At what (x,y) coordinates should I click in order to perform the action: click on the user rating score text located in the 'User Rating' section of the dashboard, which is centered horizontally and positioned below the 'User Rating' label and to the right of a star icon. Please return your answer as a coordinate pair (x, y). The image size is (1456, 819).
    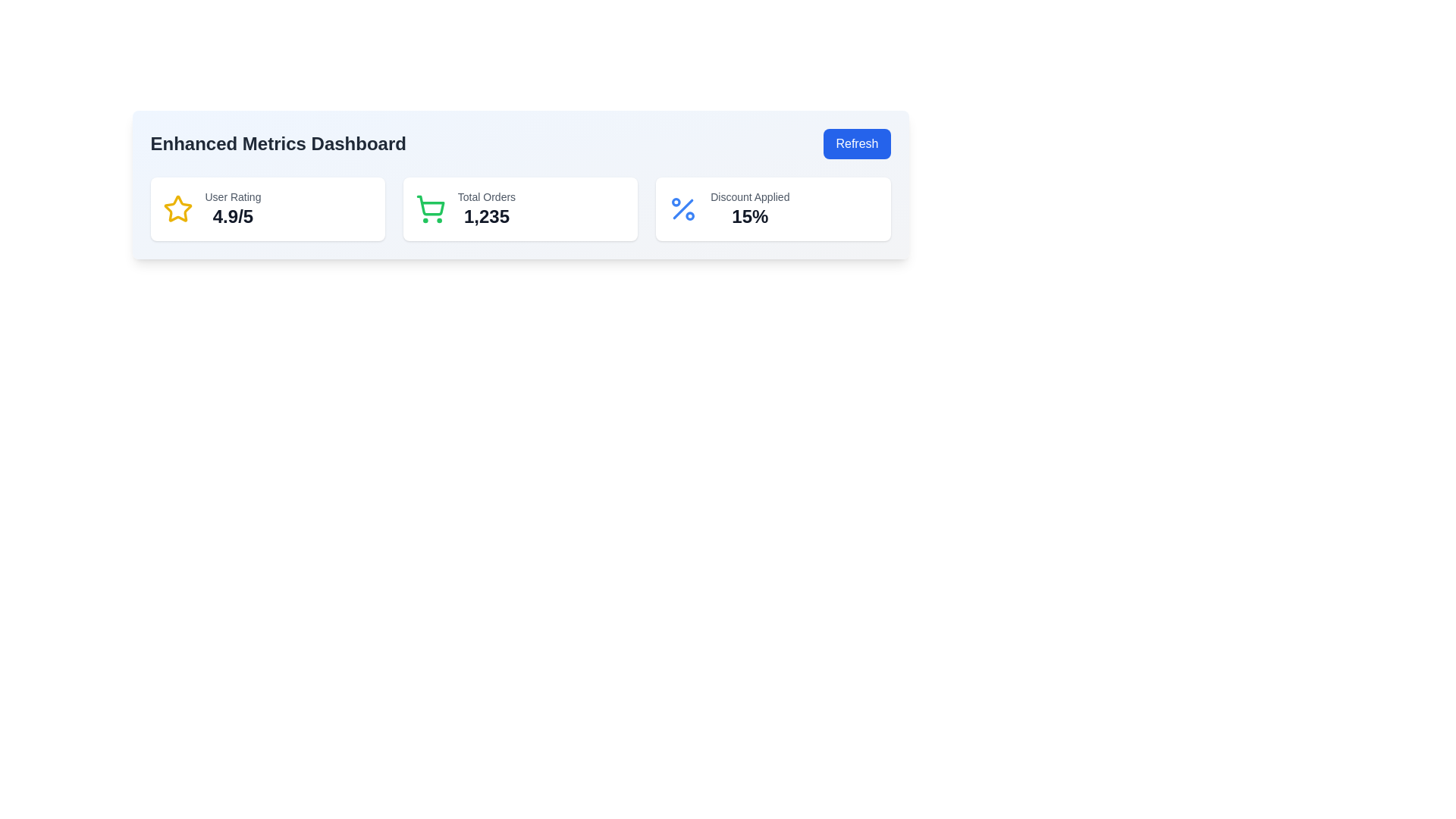
    Looking at the image, I should click on (232, 216).